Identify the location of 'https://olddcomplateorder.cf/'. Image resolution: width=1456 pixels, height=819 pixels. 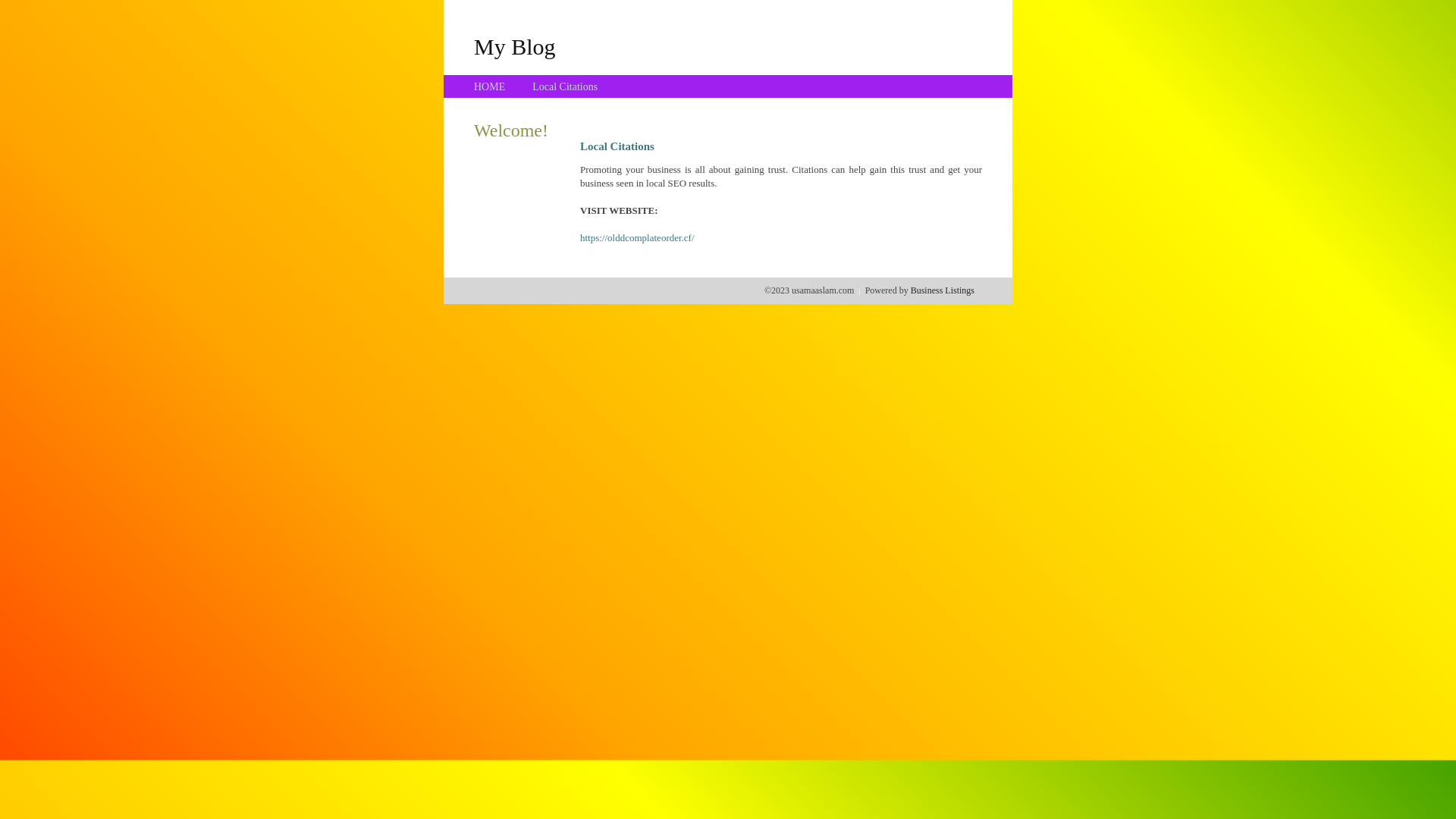
(637, 237).